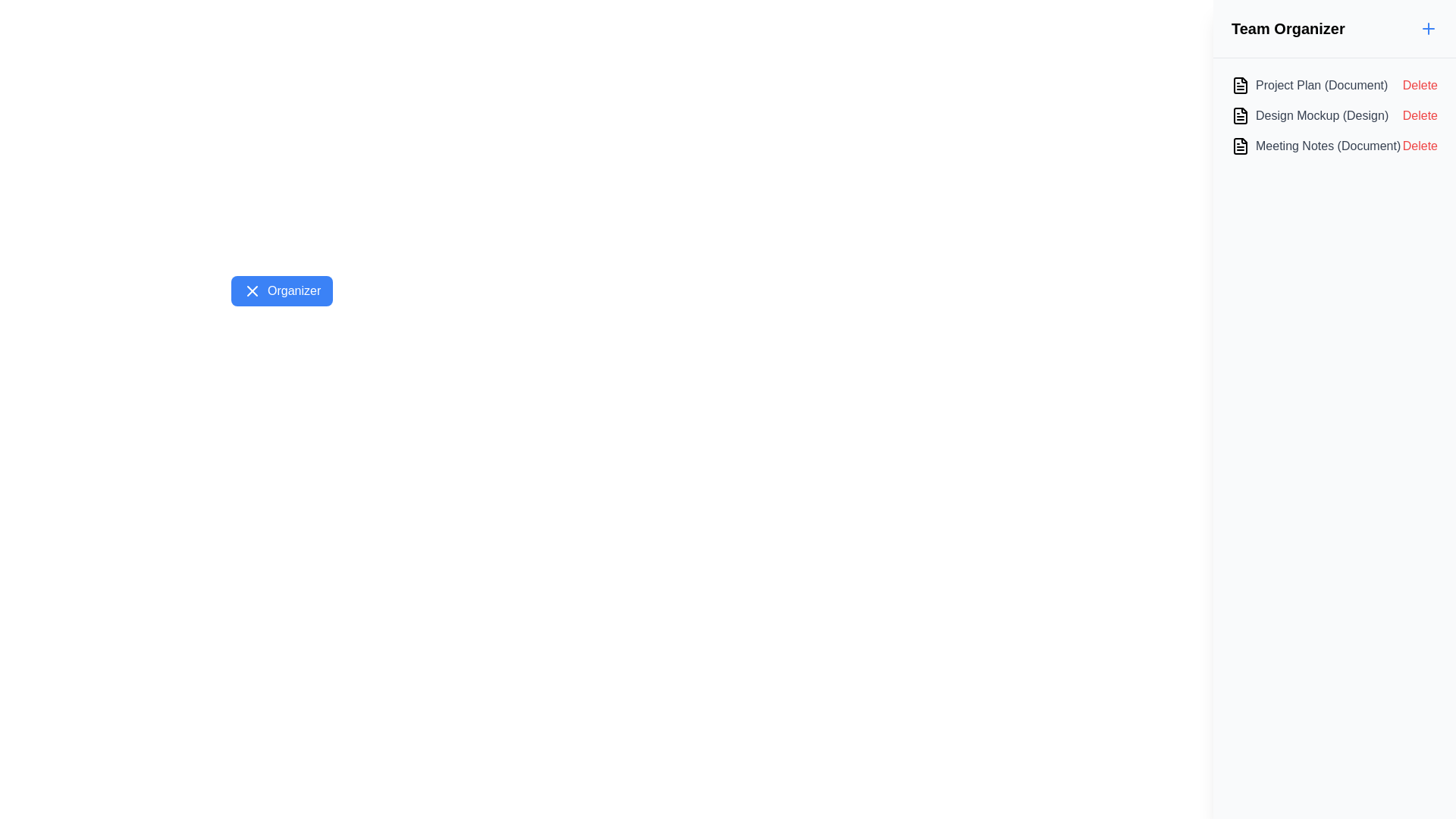 The image size is (1456, 819). What do you see at coordinates (252, 291) in the screenshot?
I see `the cross-shaped close button located on the left side of the 'Organizer' button` at bounding box center [252, 291].